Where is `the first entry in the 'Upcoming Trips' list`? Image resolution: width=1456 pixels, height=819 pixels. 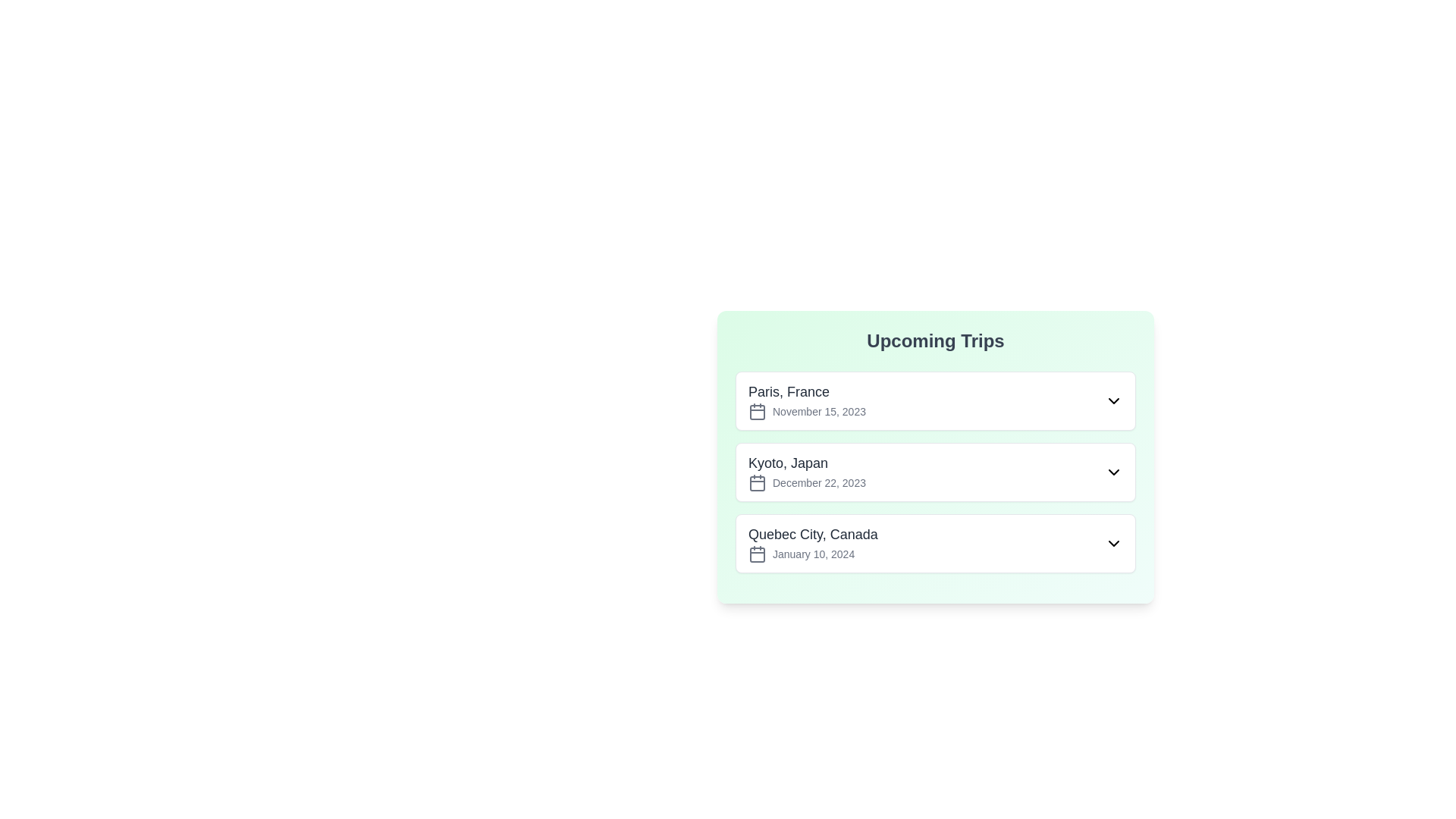
the first entry in the 'Upcoming Trips' list is located at coordinates (934, 400).